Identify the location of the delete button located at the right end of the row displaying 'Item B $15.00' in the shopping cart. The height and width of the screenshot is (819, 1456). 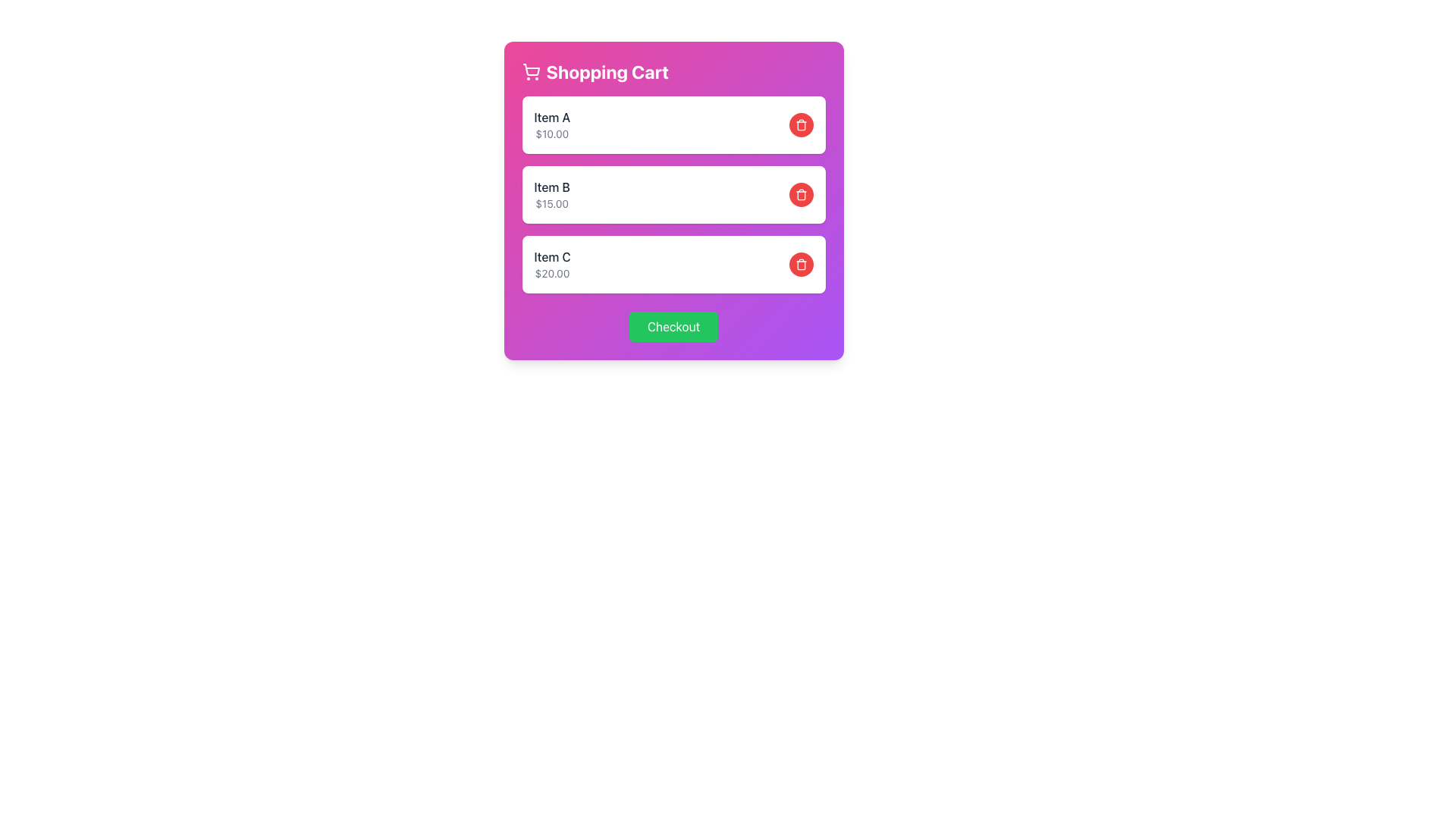
(800, 194).